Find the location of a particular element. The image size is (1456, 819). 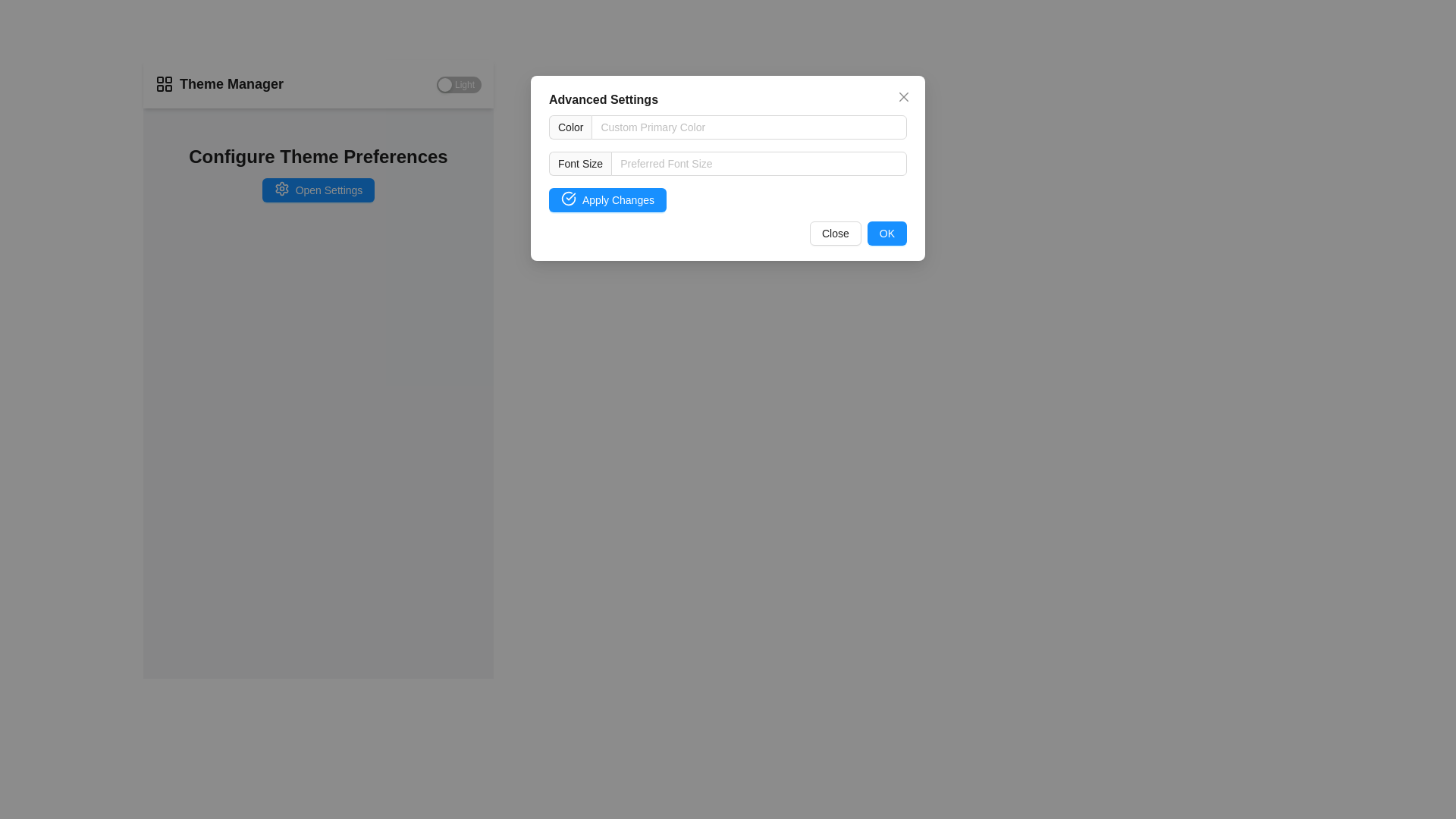

the toggle switch styled in a flat modern design with labels 'Dark' and 'Light', located in the top header area adjacent to 'Theme Manager' is located at coordinates (458, 84).